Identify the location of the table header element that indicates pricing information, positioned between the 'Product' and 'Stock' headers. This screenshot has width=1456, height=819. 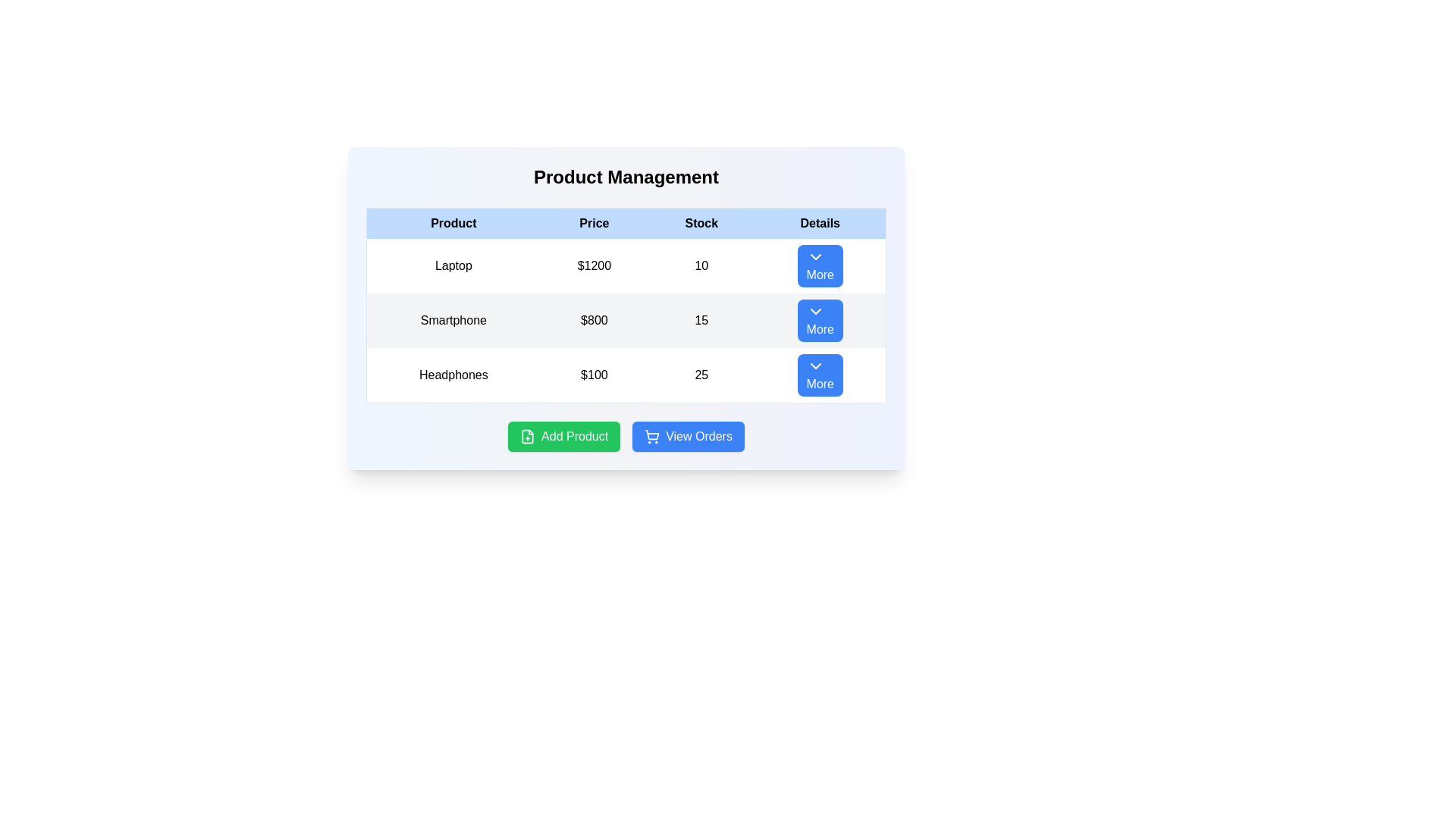
(593, 223).